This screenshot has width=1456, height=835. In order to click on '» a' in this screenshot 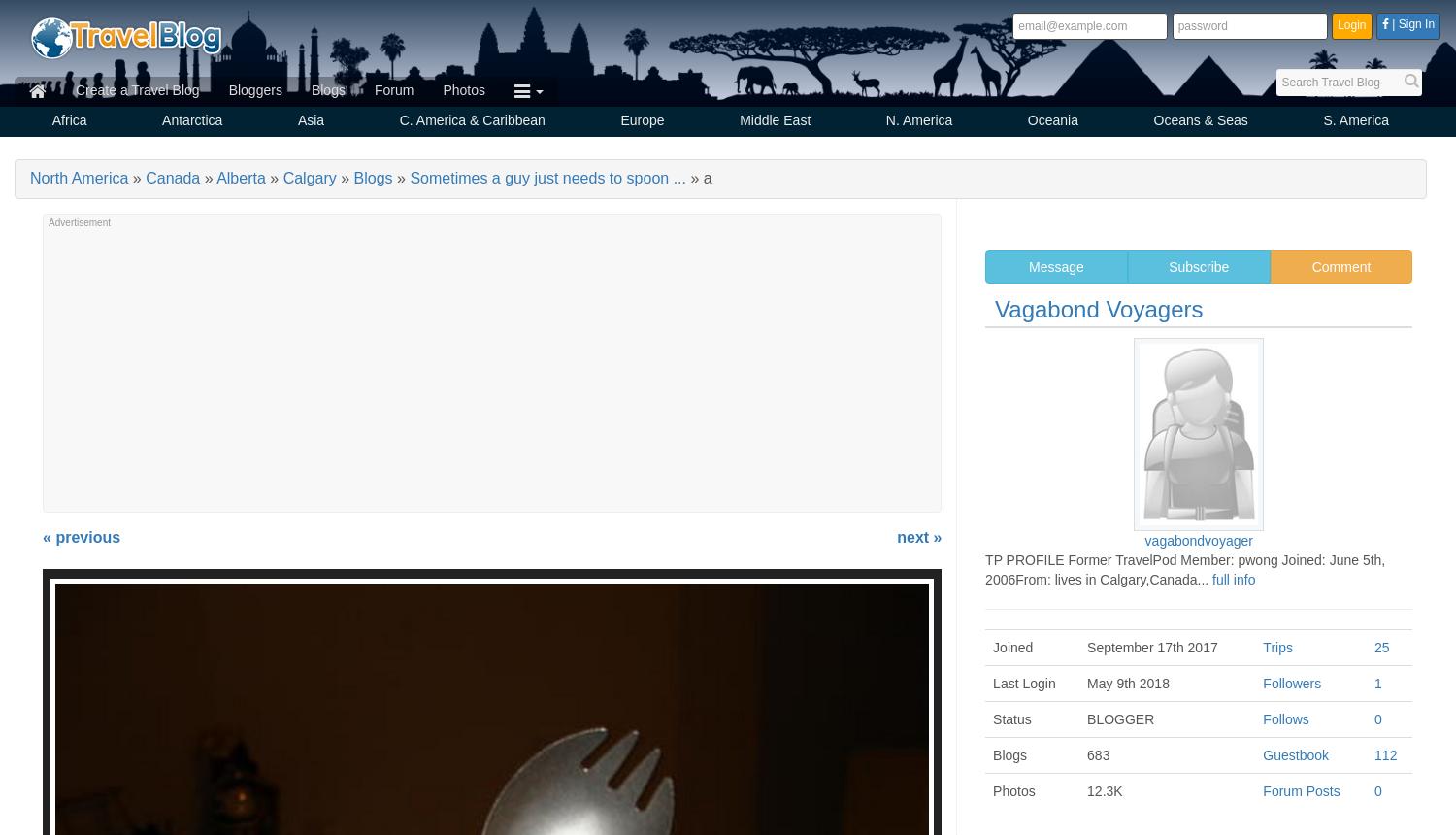, I will do `click(684, 177)`.